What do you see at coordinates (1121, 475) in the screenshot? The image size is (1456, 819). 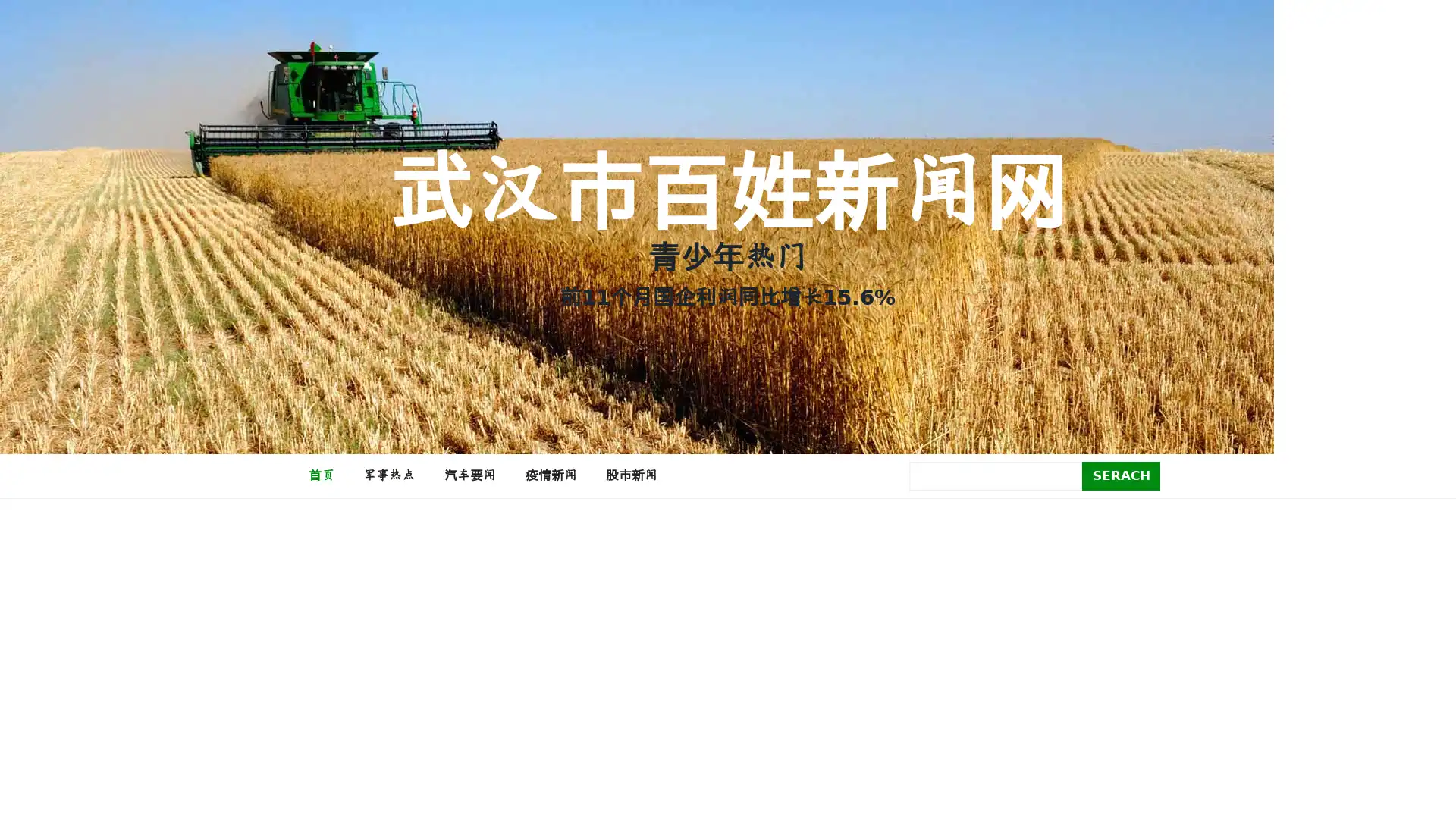 I see `serach` at bounding box center [1121, 475].